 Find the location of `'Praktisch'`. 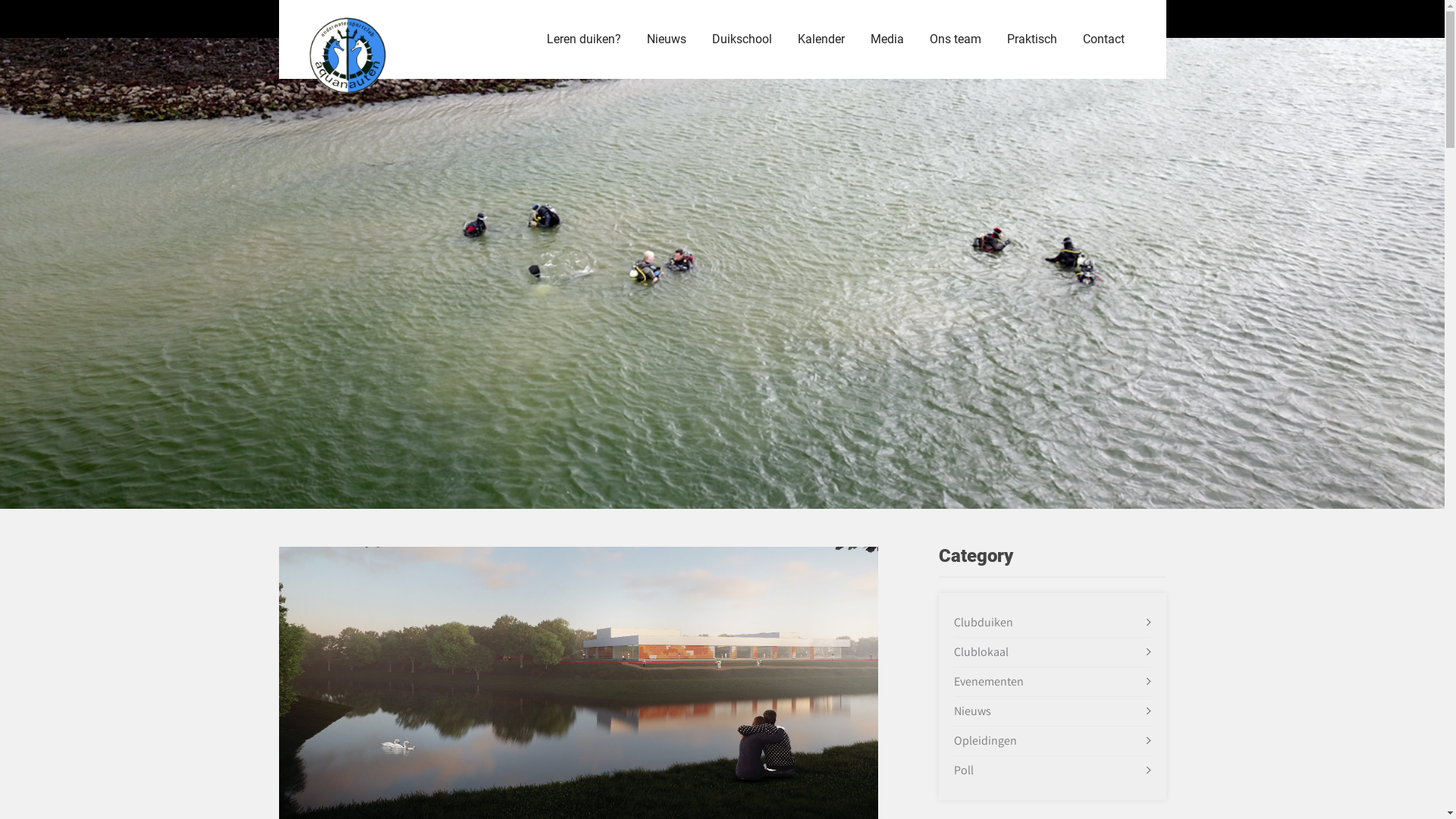

'Praktisch' is located at coordinates (1031, 38).